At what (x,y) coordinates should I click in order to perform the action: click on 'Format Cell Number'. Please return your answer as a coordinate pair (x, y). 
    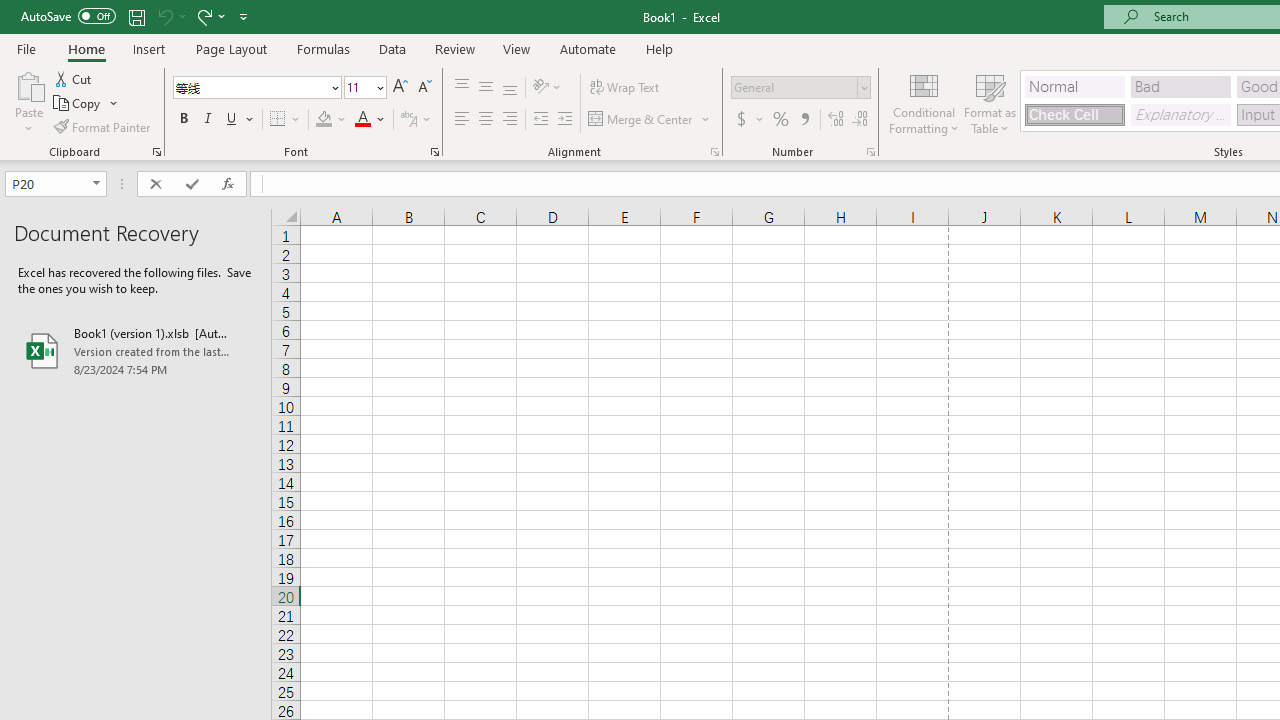
    Looking at the image, I should click on (871, 150).